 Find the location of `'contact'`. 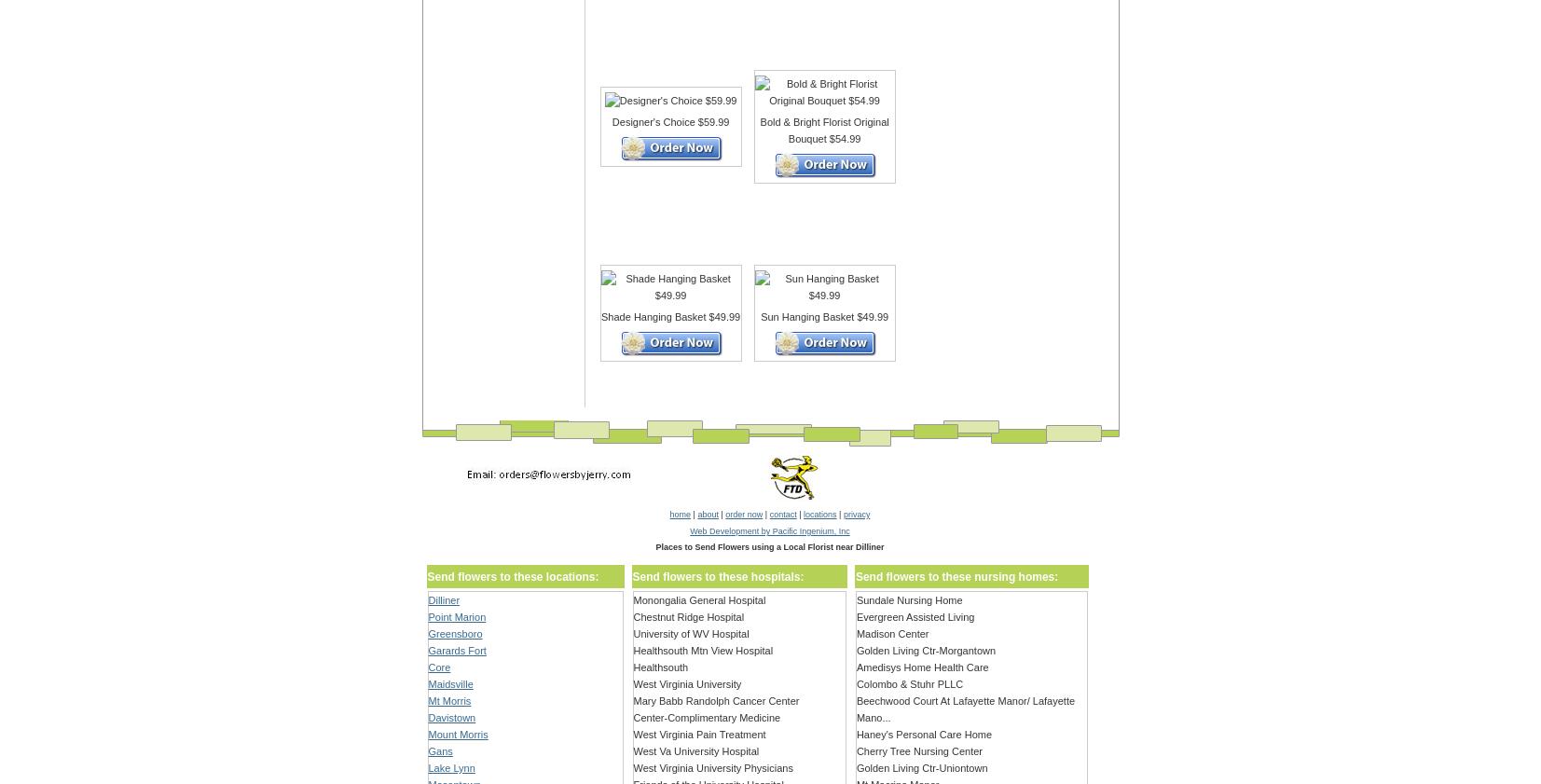

'contact' is located at coordinates (768, 515).